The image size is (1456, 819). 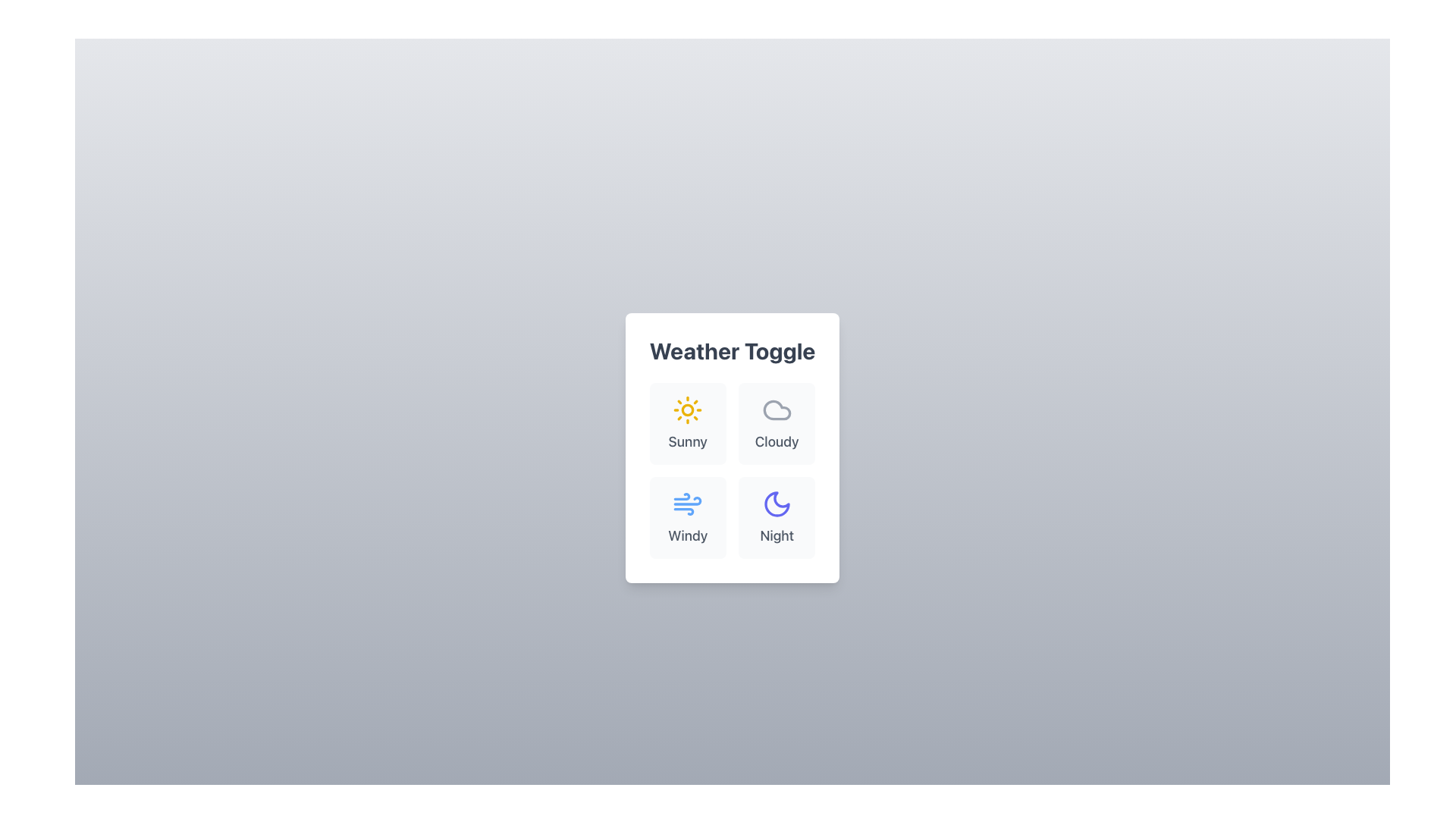 I want to click on the cloud icon located in the second cell of the weather toggle grid, above the label 'Cloudy', so click(x=777, y=409).